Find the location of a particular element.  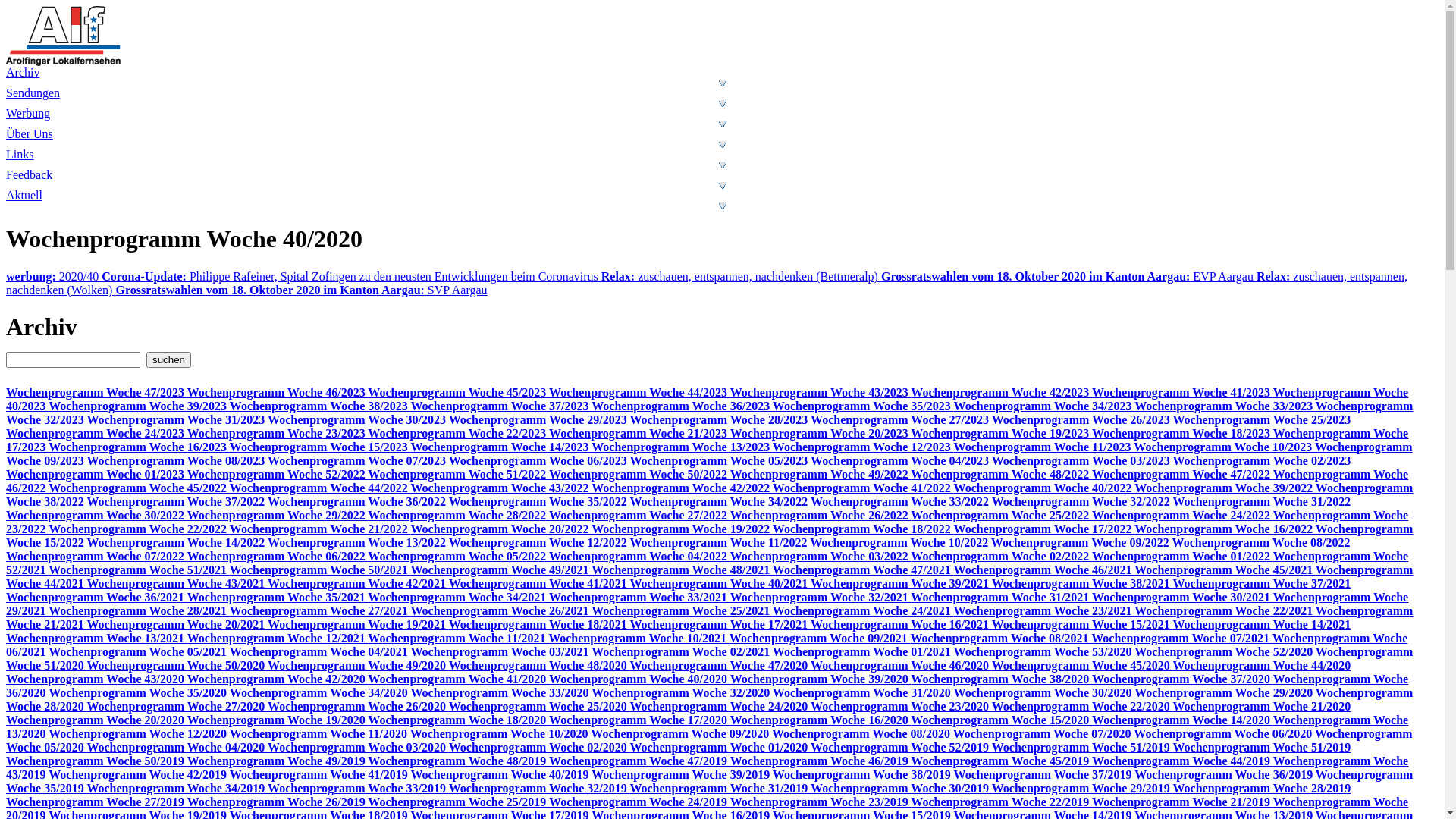

'Wochenprogramm Woche 18/2021' is located at coordinates (539, 624).